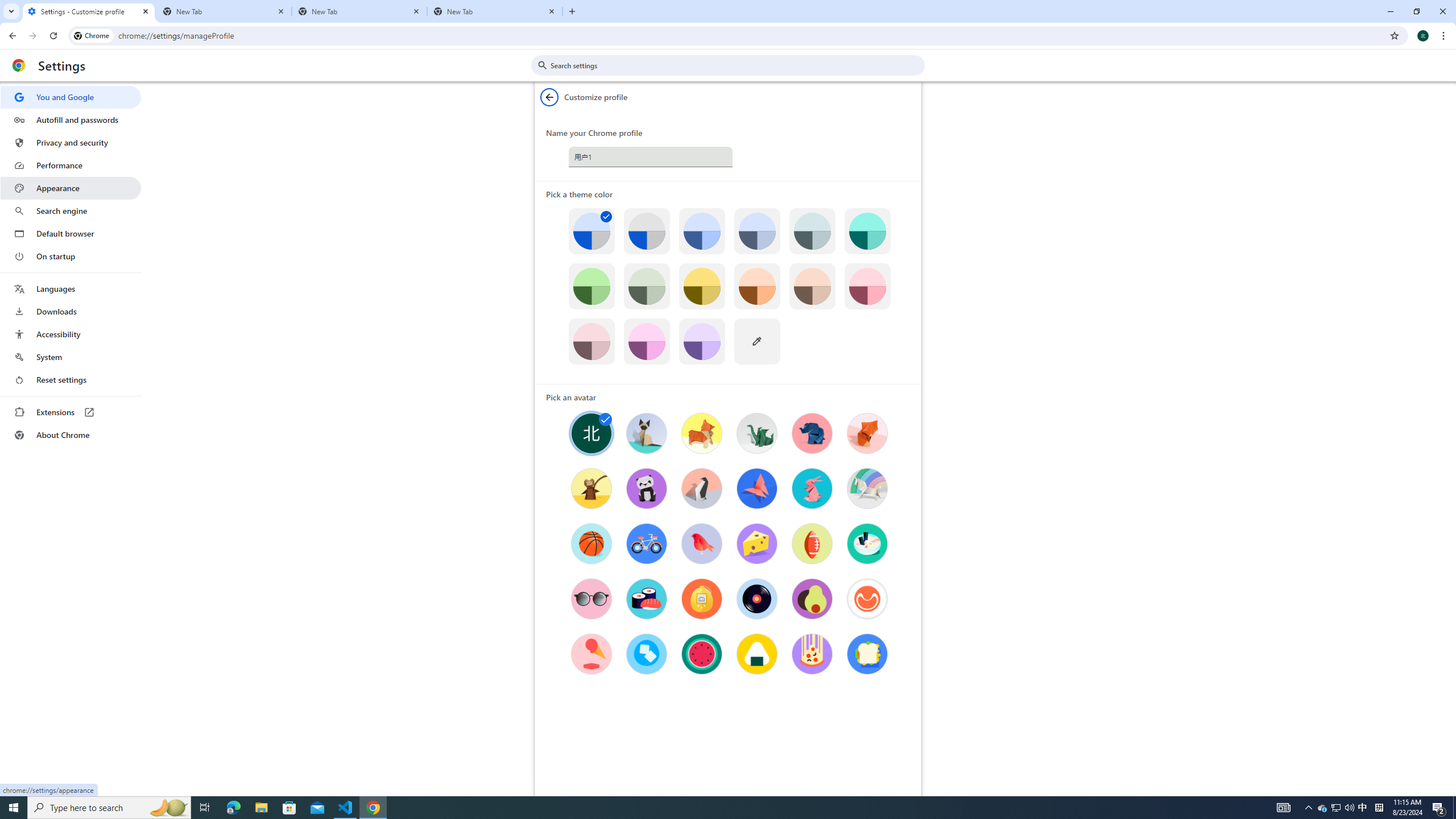 The width and height of the screenshot is (1456, 819). Describe the element at coordinates (224, 11) in the screenshot. I see `'New Tab'` at that location.